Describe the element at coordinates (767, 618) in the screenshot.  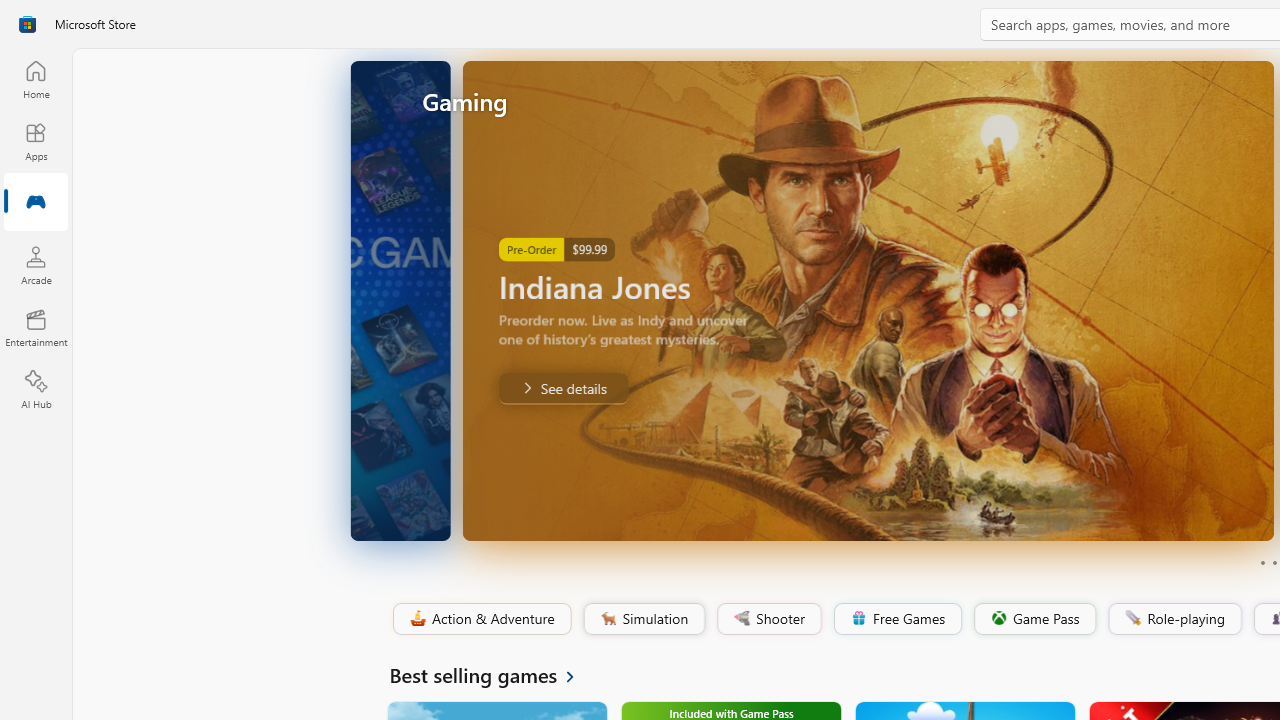
I see `'Shooter'` at that location.